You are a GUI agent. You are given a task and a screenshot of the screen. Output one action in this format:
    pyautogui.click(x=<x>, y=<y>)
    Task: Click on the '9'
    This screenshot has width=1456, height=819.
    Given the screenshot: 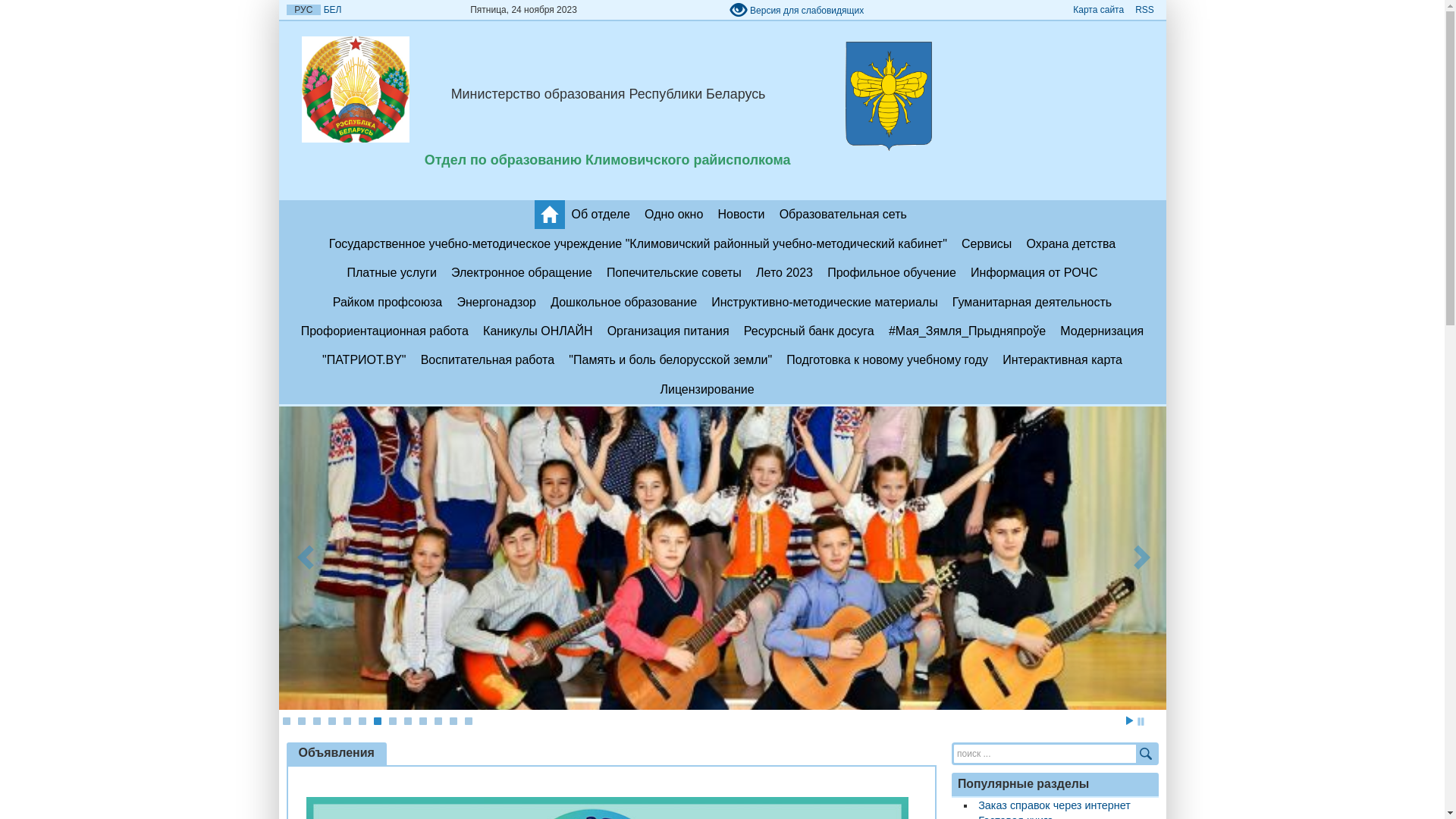 What is the action you would take?
    pyautogui.click(x=407, y=720)
    